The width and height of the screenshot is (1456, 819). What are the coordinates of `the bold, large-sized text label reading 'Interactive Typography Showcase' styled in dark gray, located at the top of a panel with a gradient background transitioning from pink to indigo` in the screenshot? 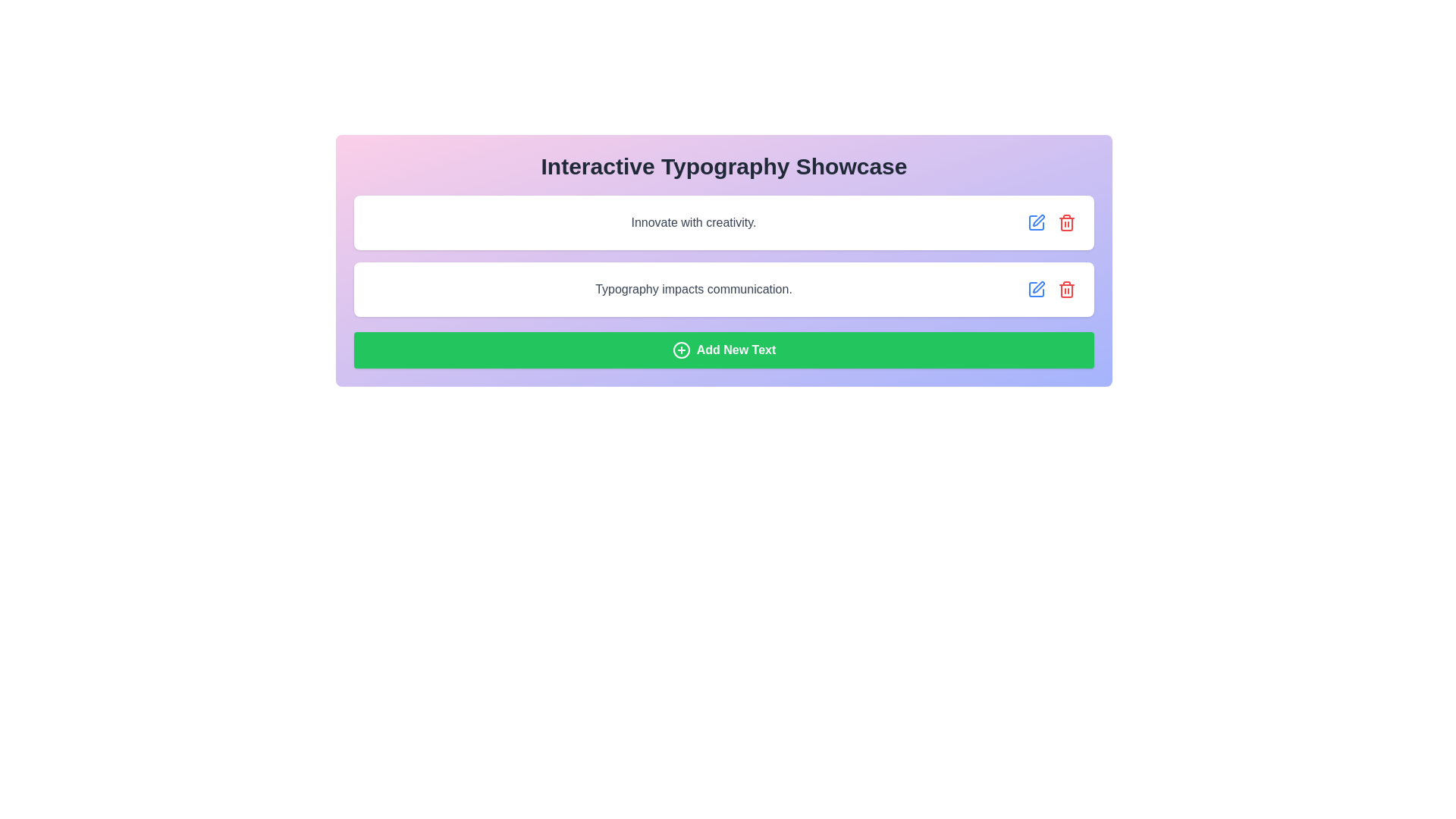 It's located at (723, 166).